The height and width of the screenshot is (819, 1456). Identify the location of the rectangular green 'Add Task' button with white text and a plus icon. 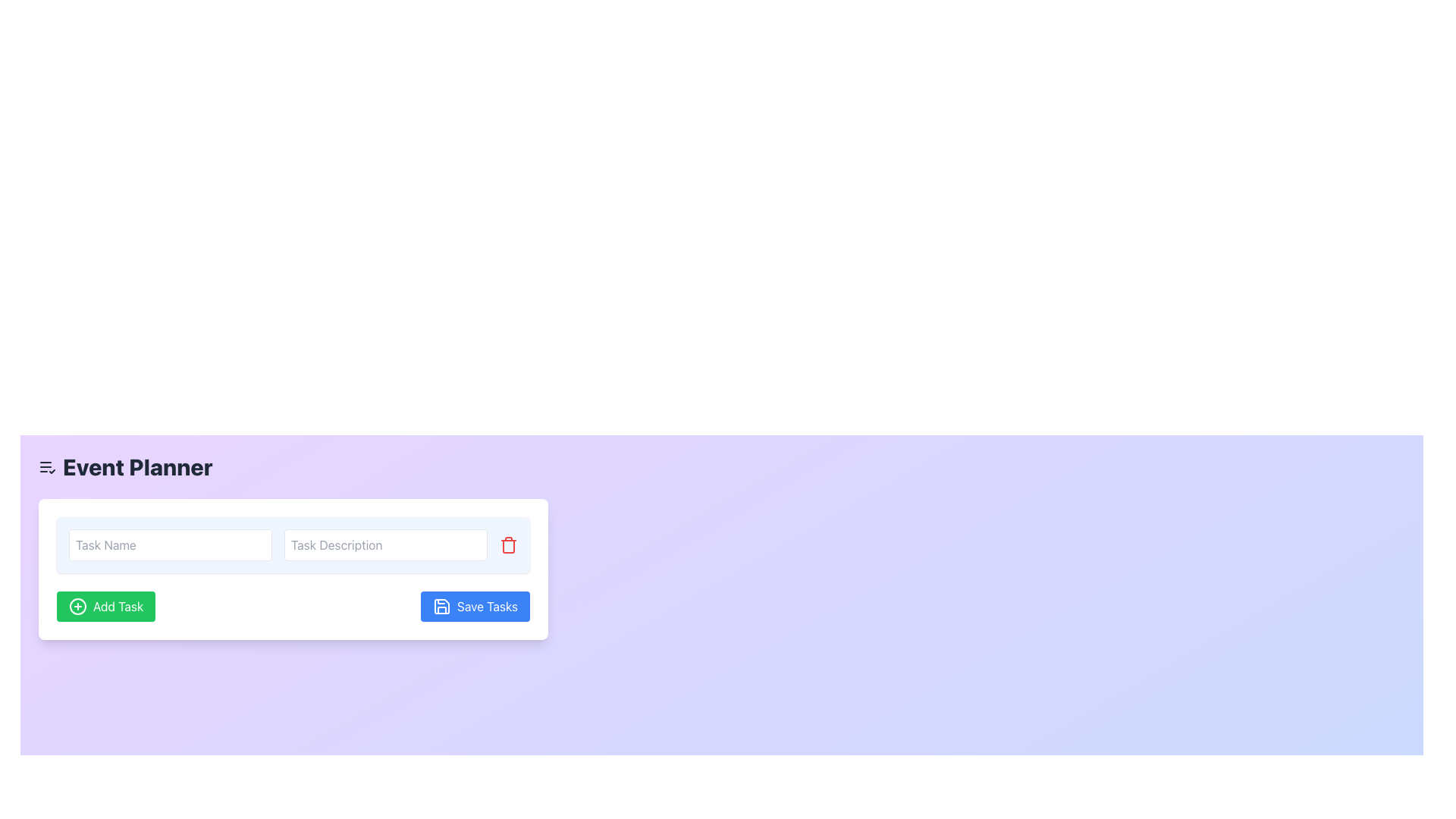
(105, 605).